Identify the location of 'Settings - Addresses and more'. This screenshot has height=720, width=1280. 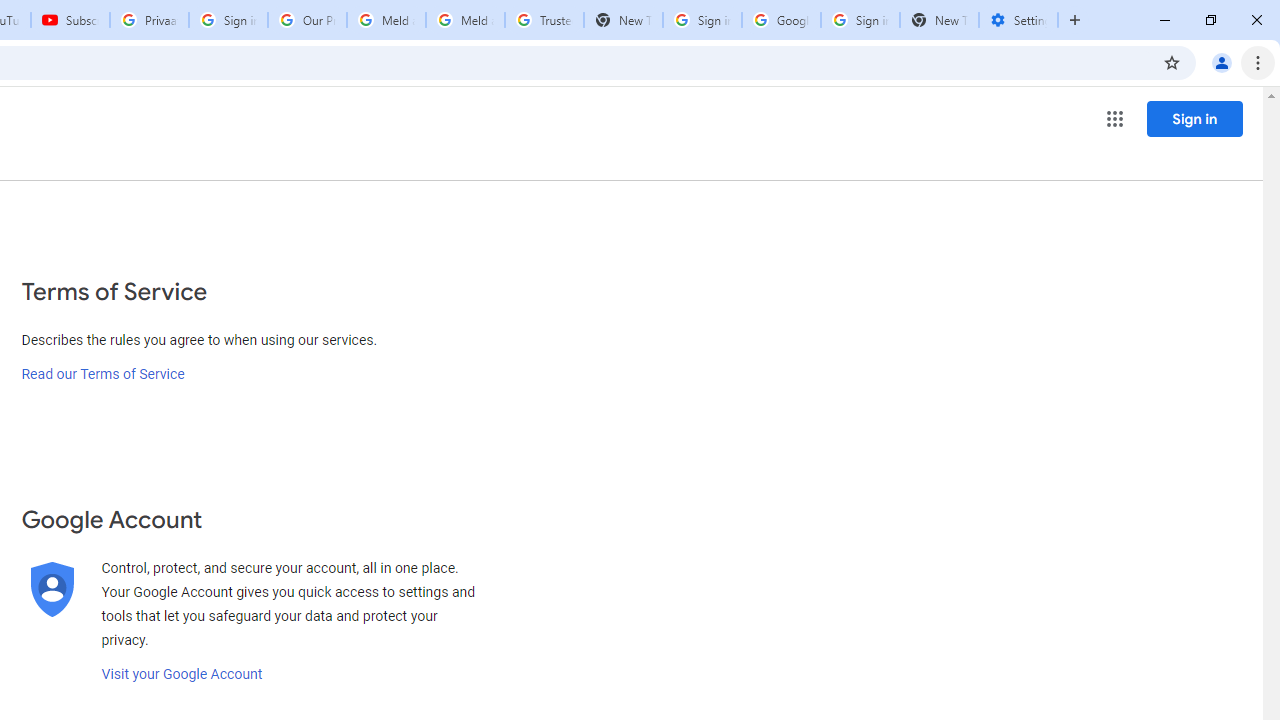
(1018, 20).